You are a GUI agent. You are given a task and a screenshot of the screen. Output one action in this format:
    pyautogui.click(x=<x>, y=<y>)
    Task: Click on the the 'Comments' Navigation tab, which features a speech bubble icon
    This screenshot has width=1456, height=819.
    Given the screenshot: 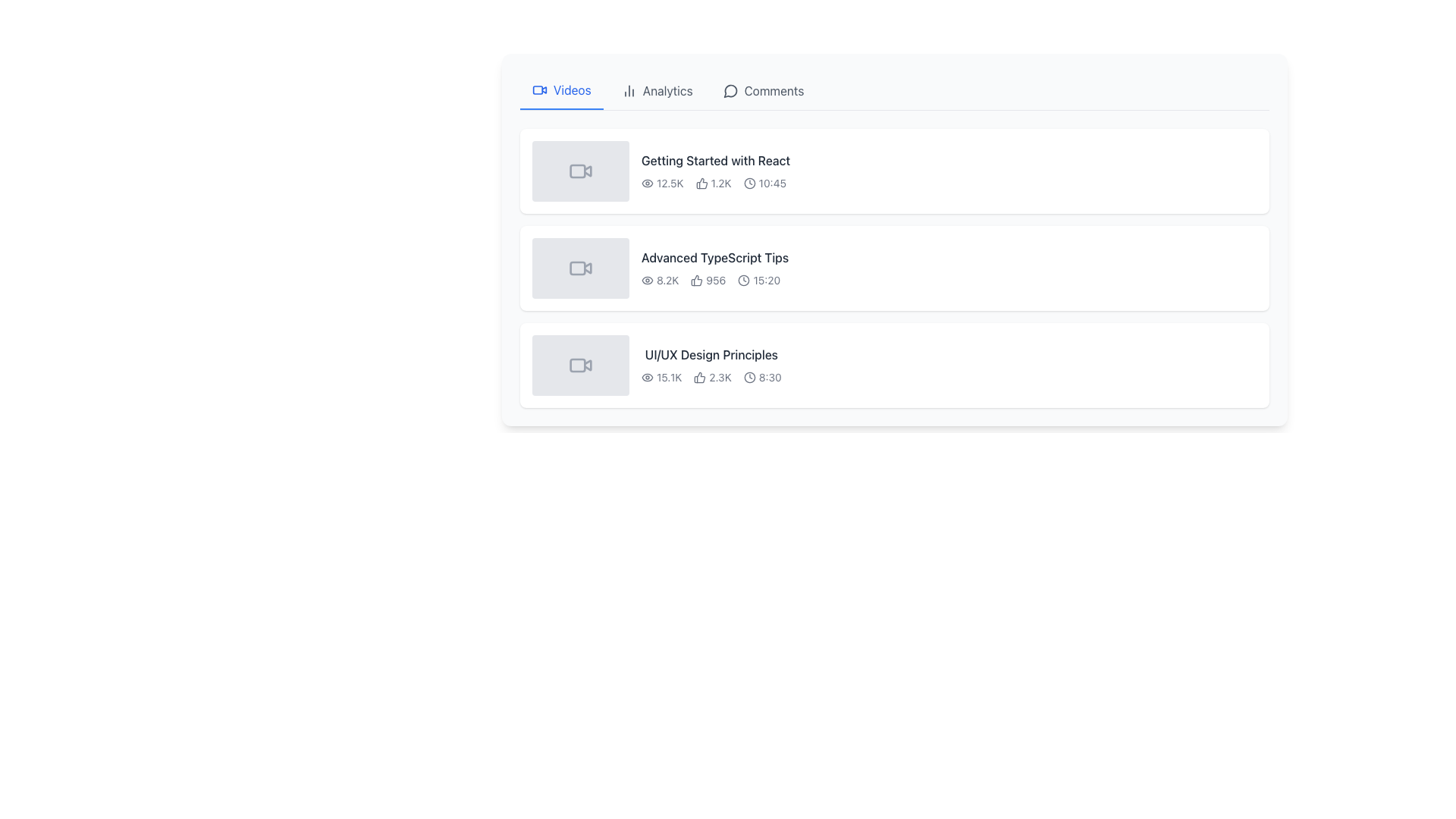 What is the action you would take?
    pyautogui.click(x=764, y=90)
    